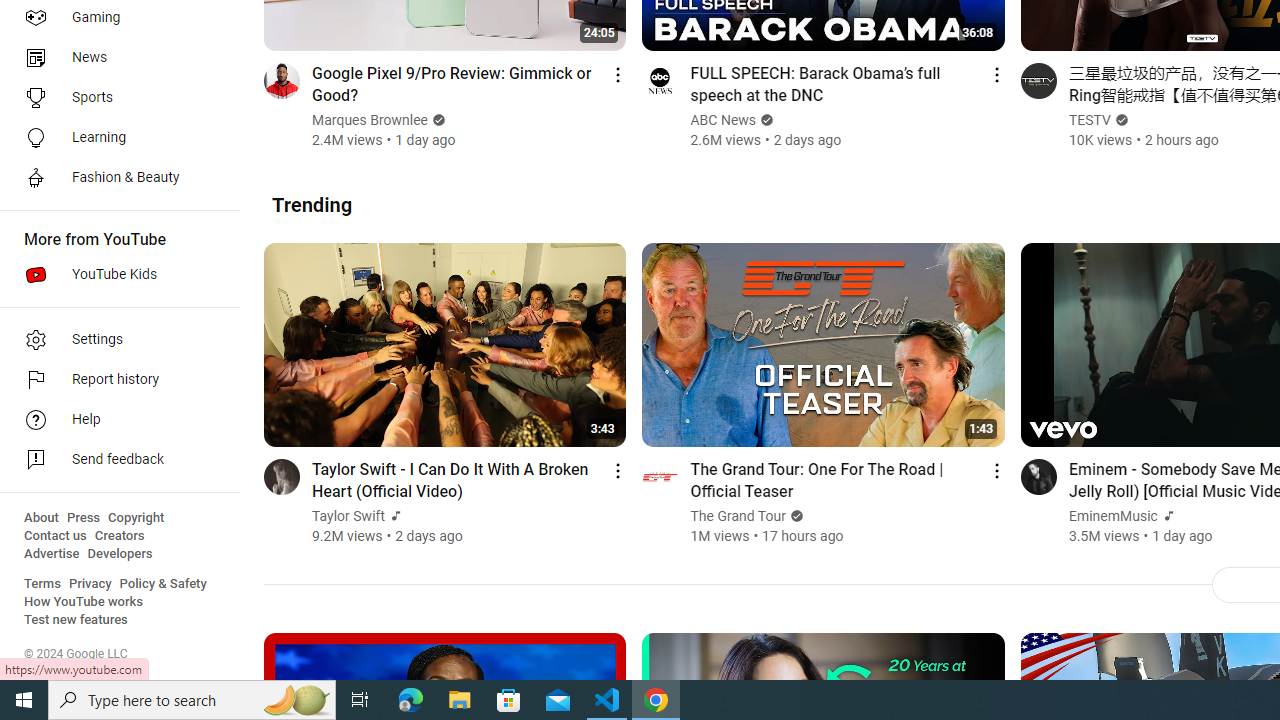 This screenshot has width=1280, height=720. Describe the element at coordinates (135, 517) in the screenshot. I see `'Copyright'` at that location.